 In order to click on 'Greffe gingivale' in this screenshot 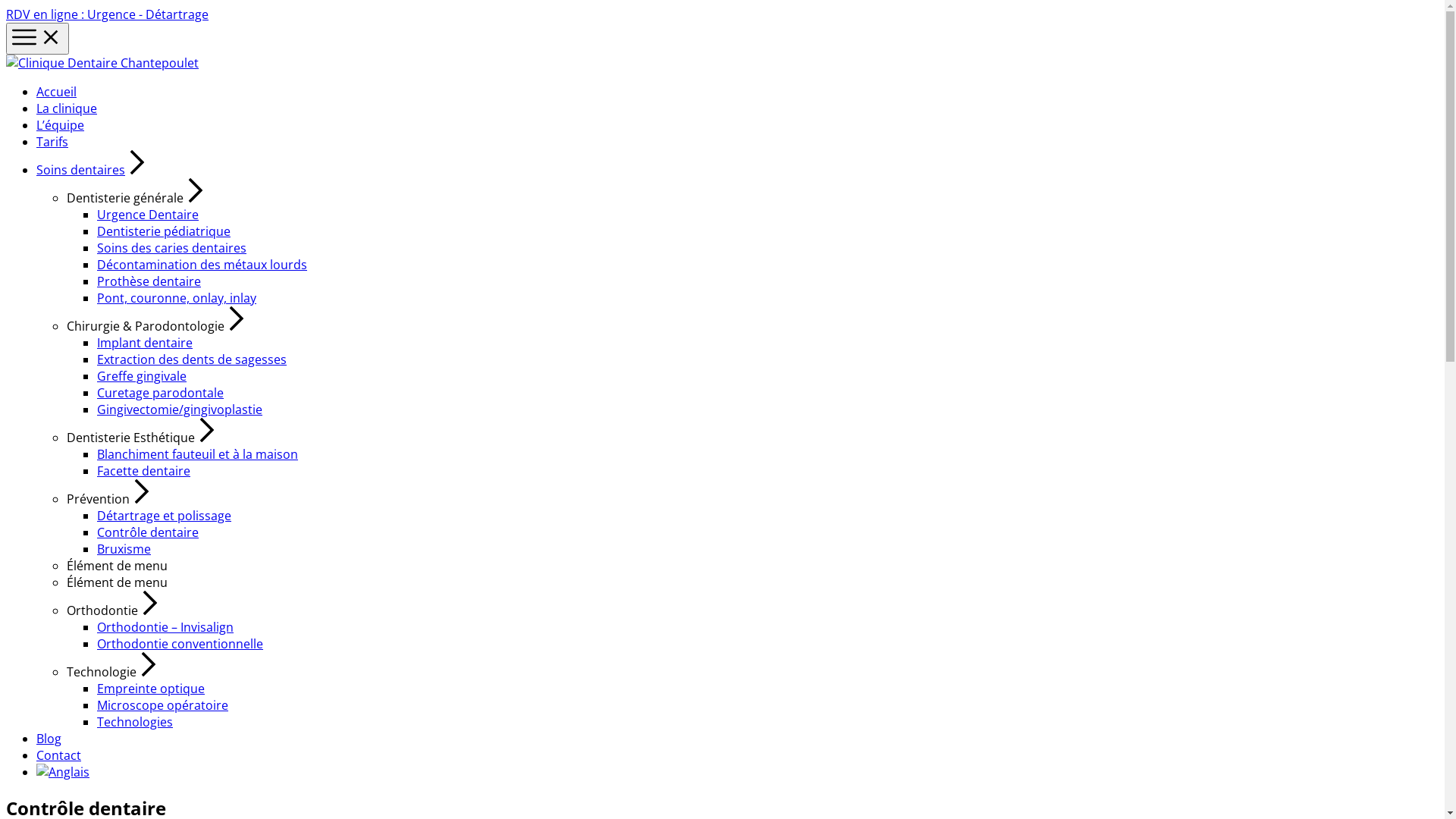, I will do `click(142, 375)`.